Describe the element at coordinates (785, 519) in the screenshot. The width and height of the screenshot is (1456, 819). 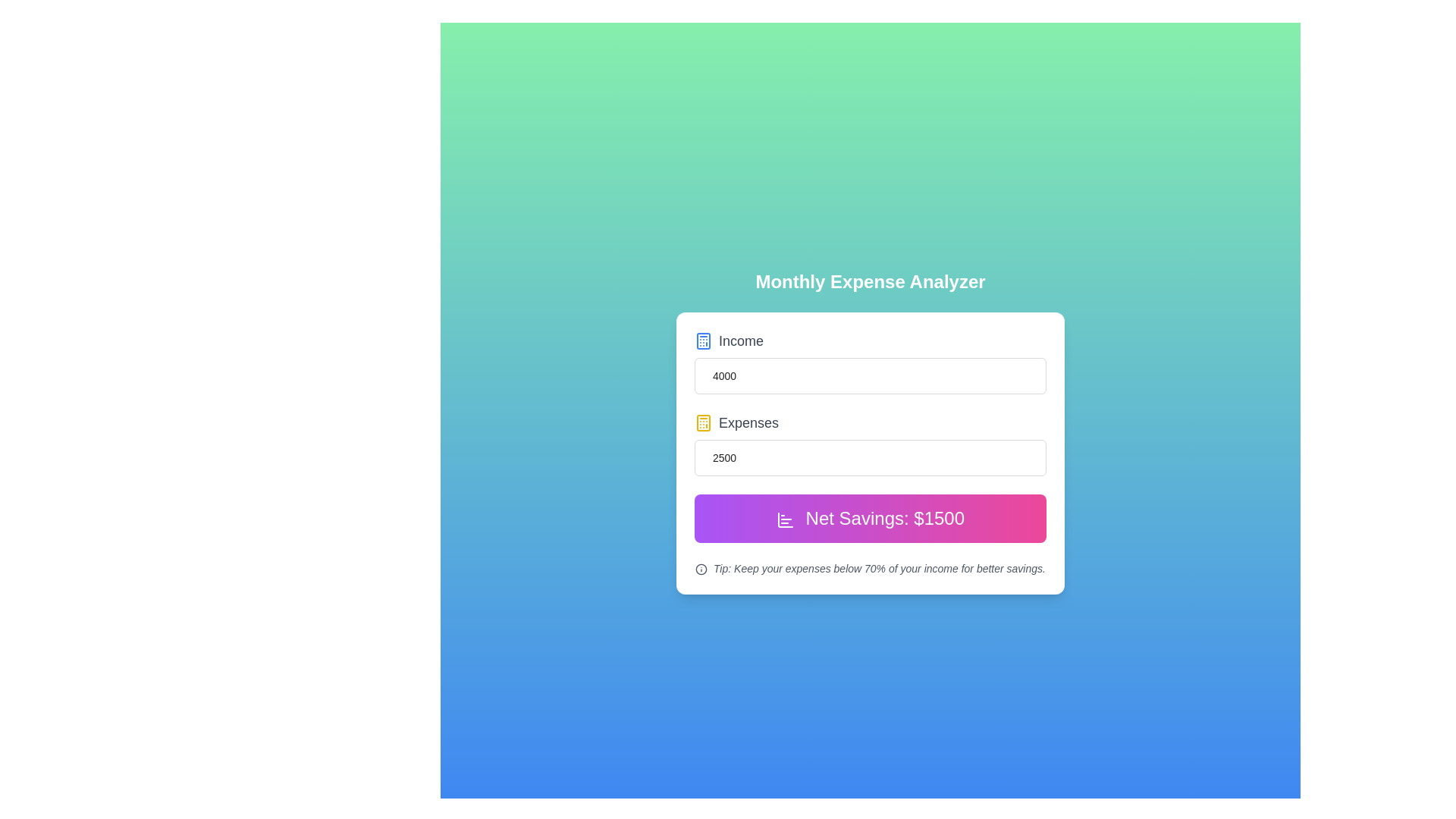
I see `the bar chart icon located within the 'Net Savings: $1500' label at the bottom of the interface` at that location.